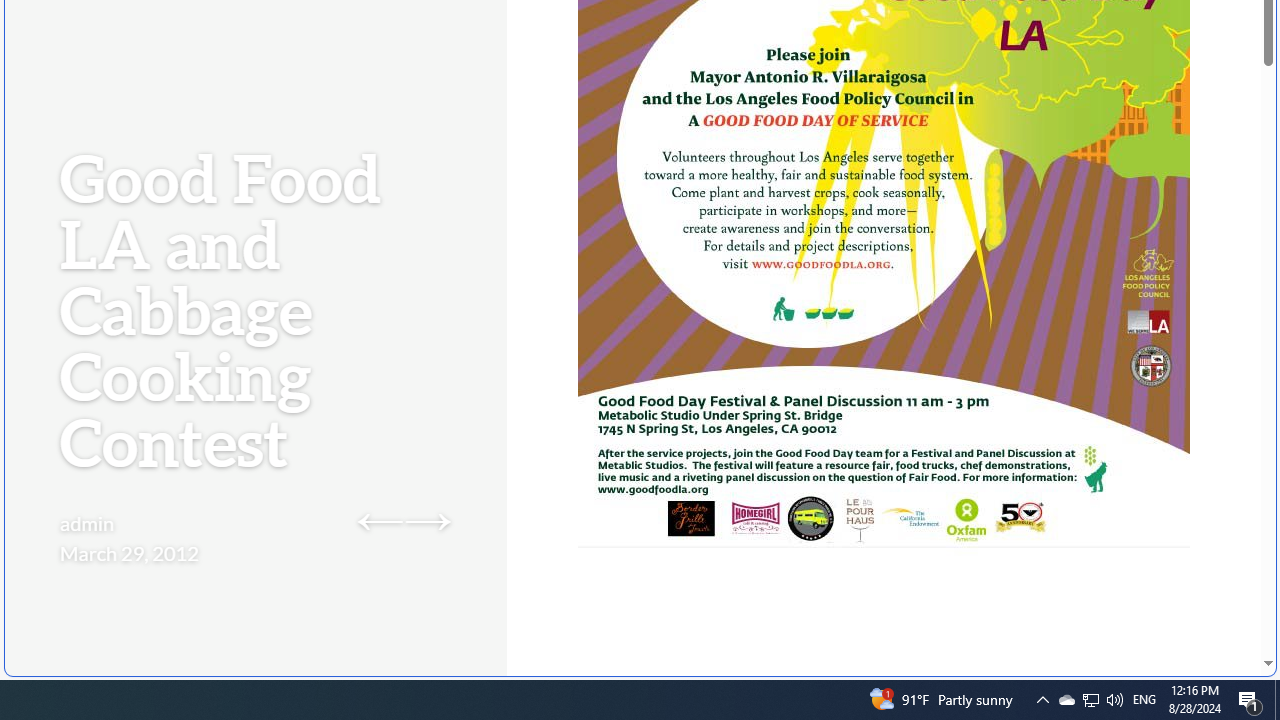 The image size is (1280, 720). What do you see at coordinates (86, 522) in the screenshot?
I see `'admin'` at bounding box center [86, 522].